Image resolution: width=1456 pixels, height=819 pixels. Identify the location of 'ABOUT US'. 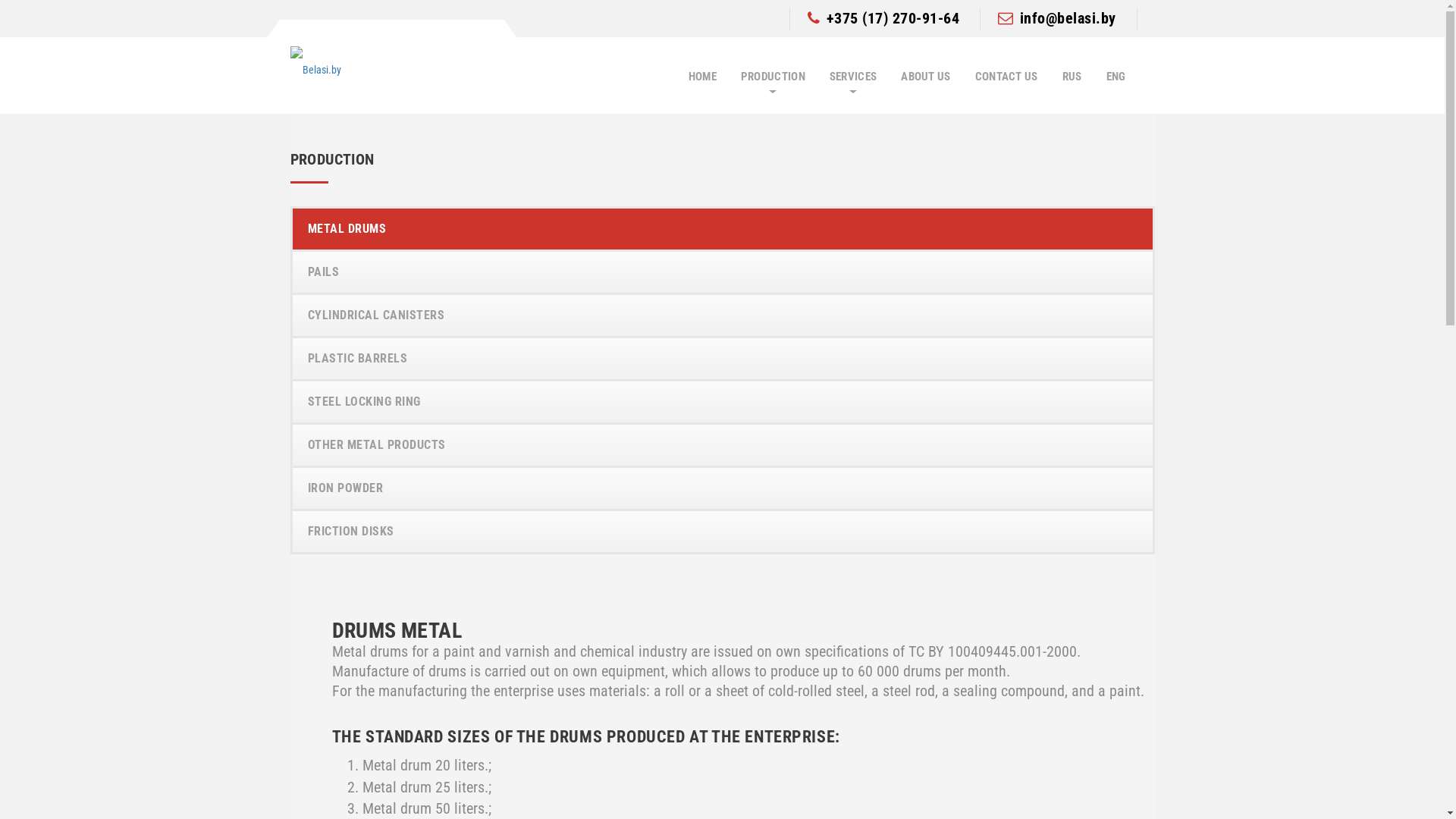
(924, 77).